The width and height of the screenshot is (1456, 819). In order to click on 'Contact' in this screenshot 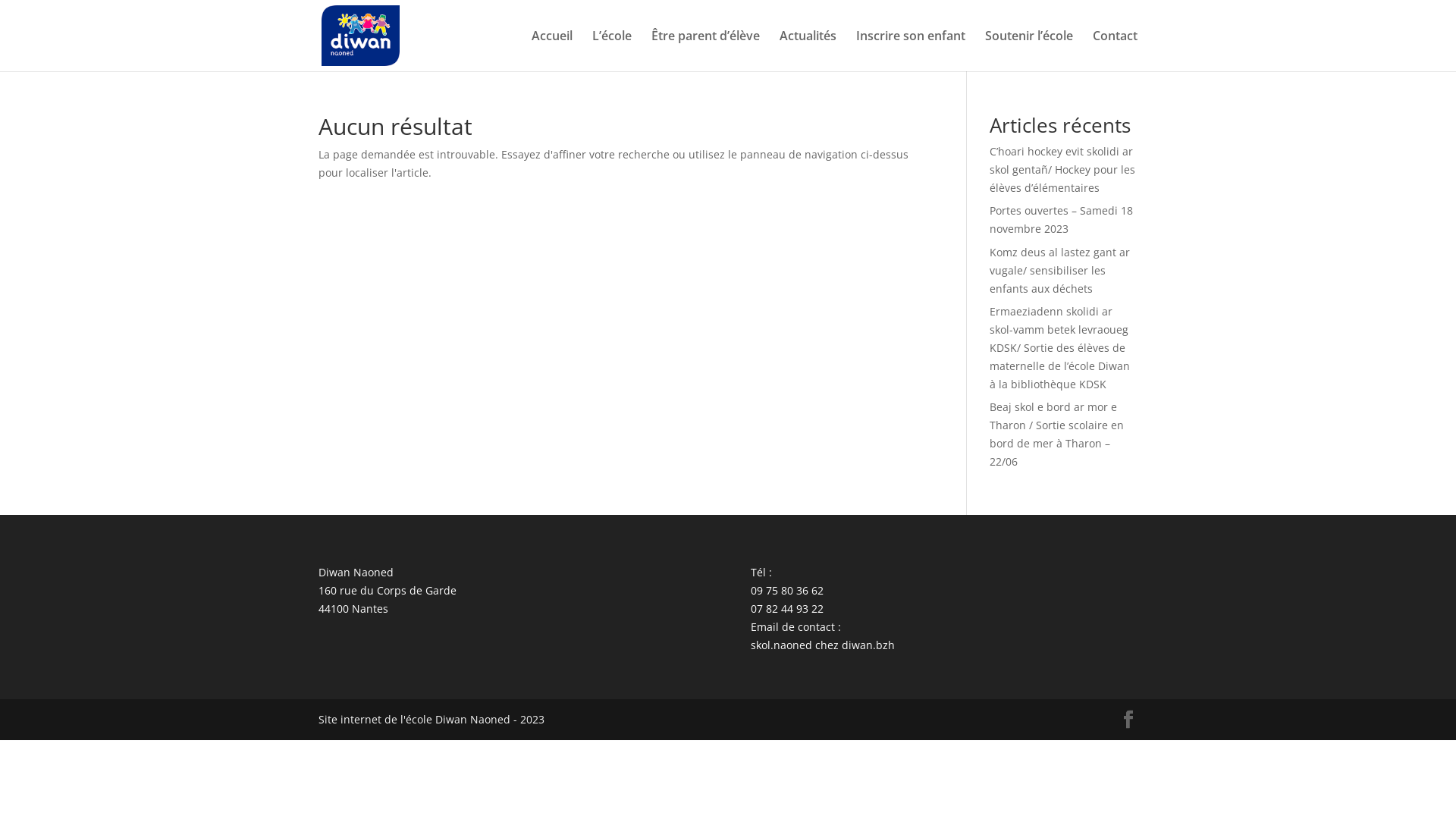, I will do `click(1115, 49)`.